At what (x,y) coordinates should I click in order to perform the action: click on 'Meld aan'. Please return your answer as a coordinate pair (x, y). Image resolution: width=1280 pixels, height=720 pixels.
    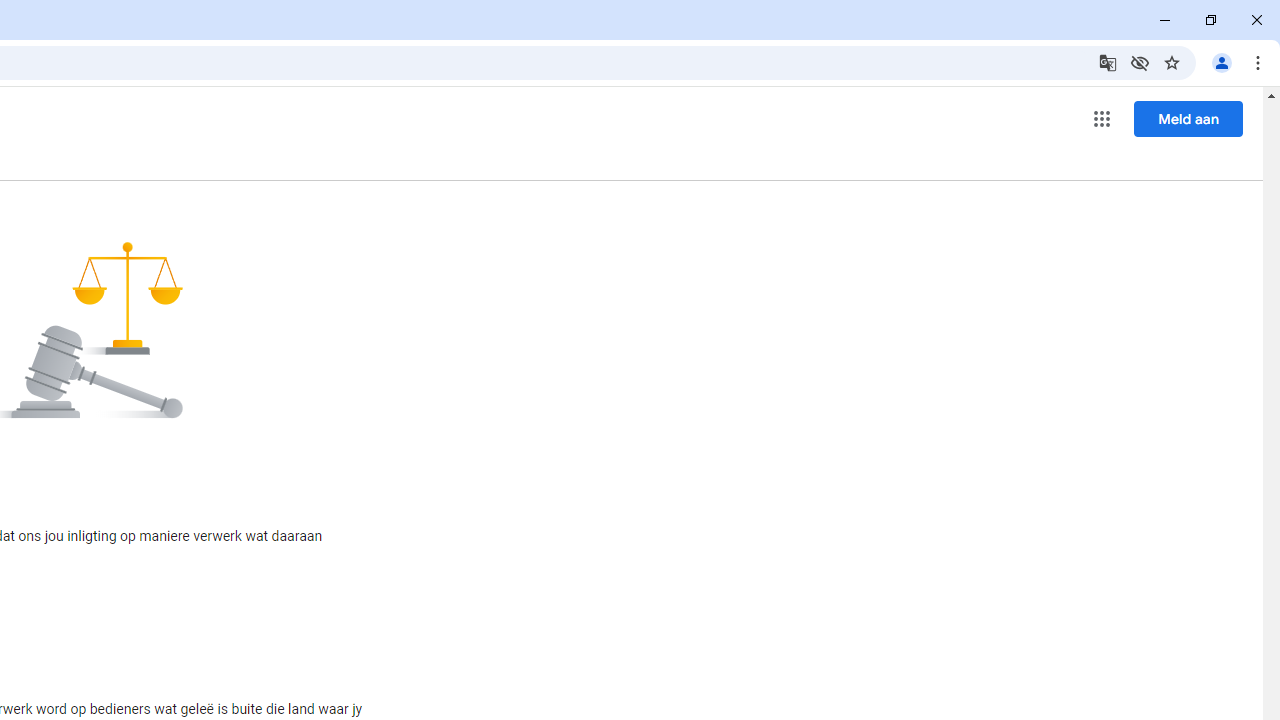
    Looking at the image, I should click on (1188, 118).